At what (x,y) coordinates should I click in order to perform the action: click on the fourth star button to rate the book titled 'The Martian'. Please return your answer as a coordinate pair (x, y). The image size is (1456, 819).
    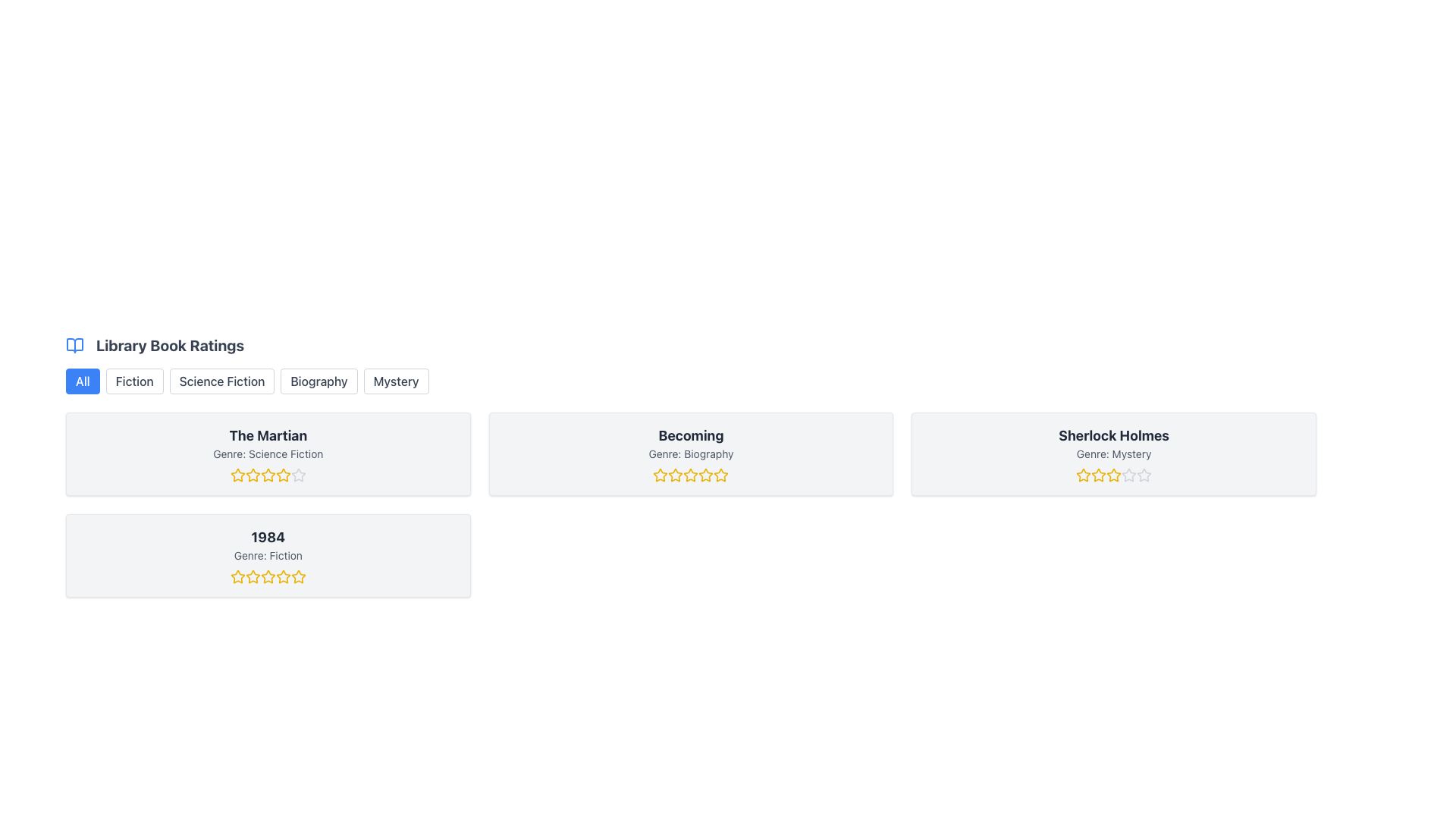
    Looking at the image, I should click on (283, 475).